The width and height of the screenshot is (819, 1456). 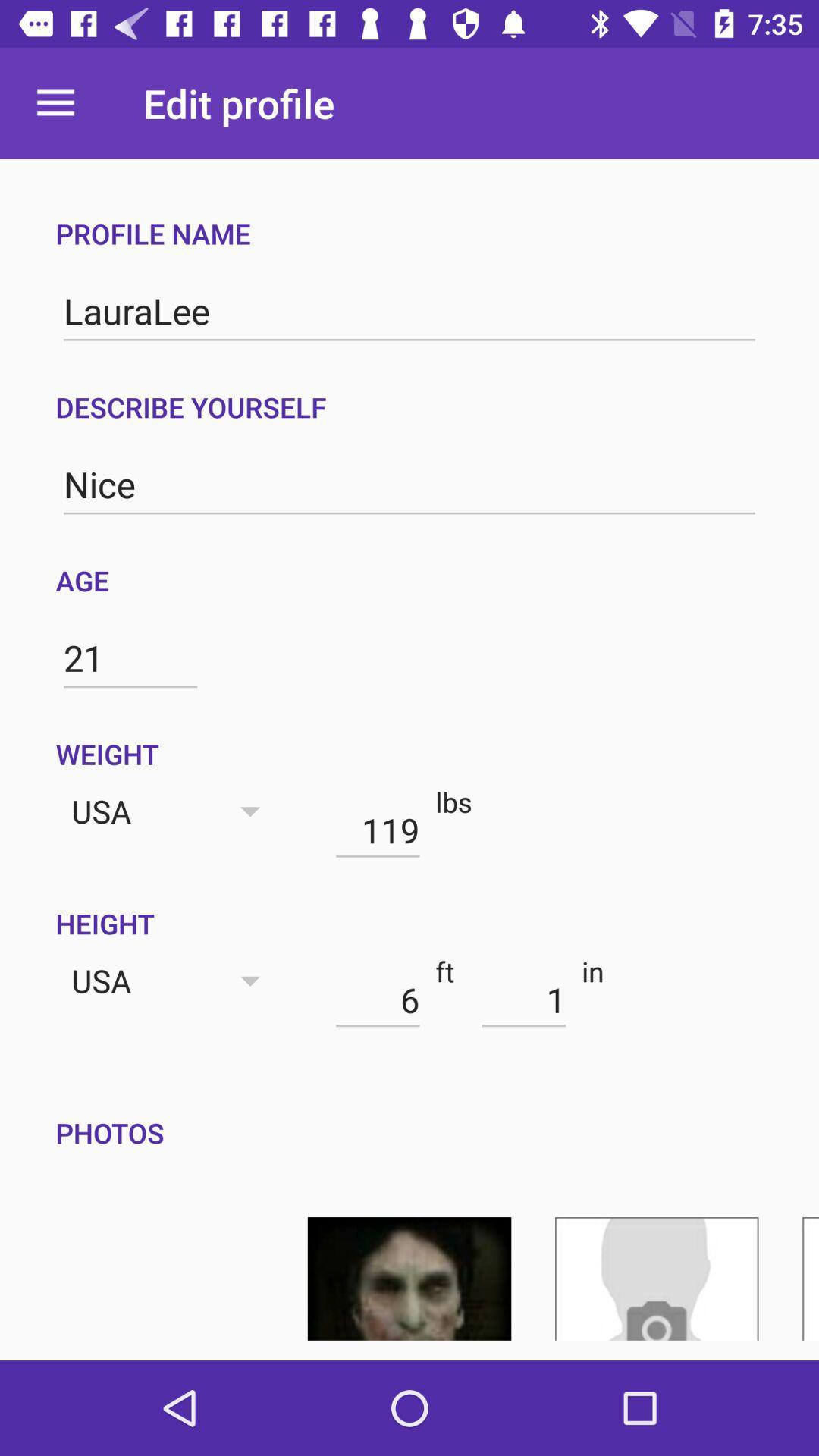 I want to click on 21, so click(x=130, y=658).